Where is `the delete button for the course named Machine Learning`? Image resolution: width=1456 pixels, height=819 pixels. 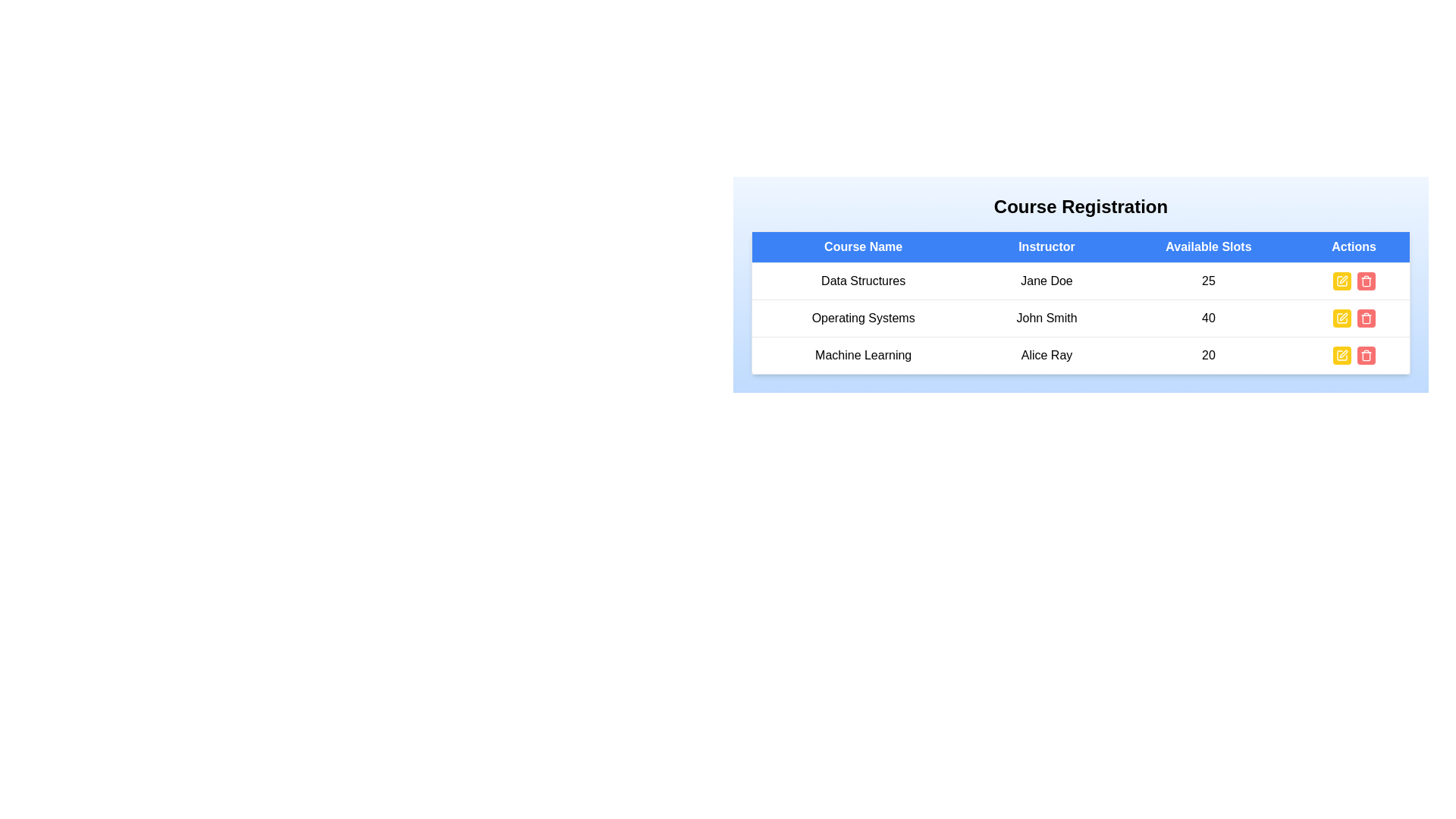 the delete button for the course named Machine Learning is located at coordinates (1366, 356).